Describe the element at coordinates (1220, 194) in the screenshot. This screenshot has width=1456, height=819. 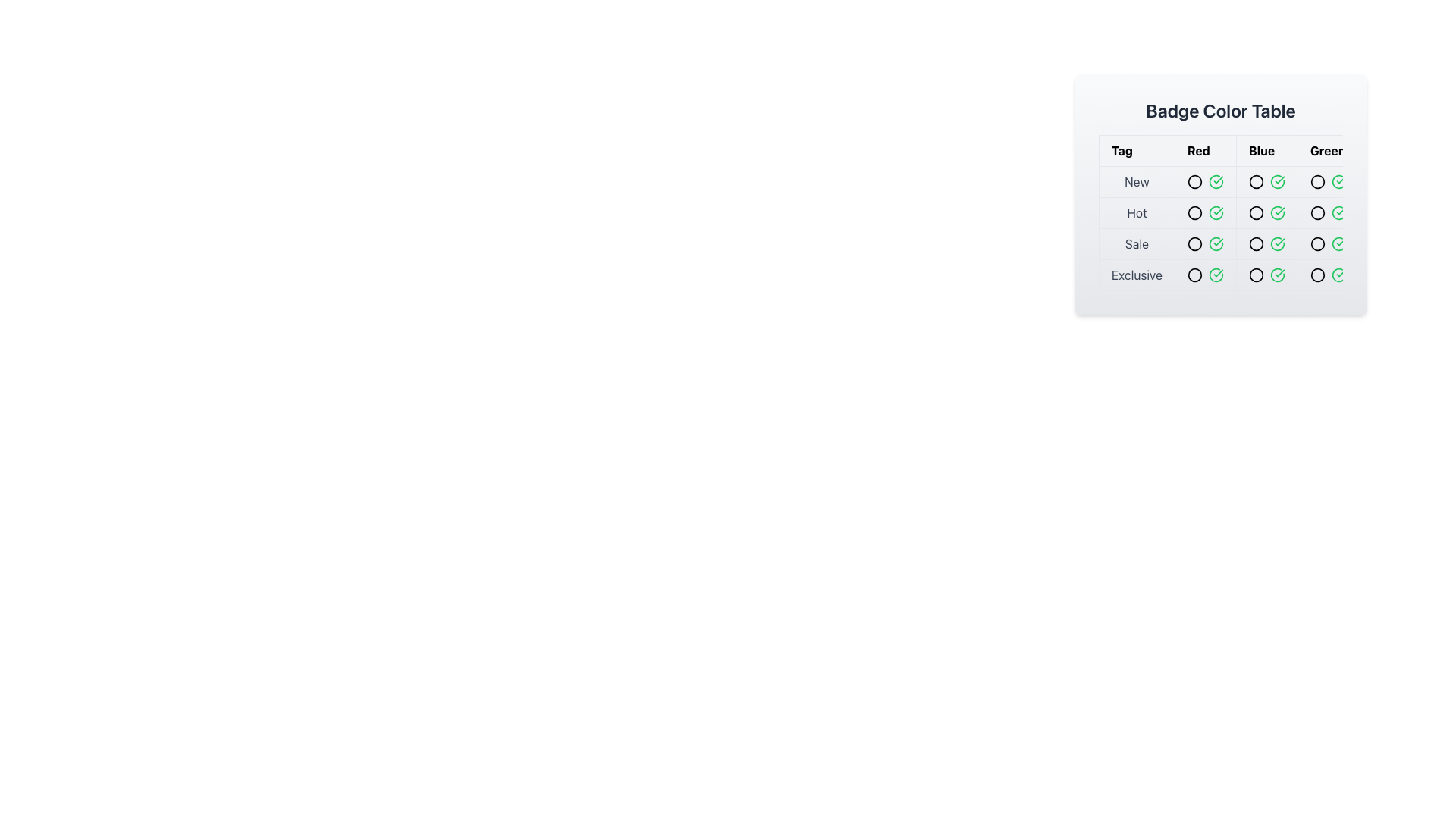
I see `a cell in the 'Badge Color Table' located in the upper-right corner of the interface to interact with the displayed structured data` at that location.